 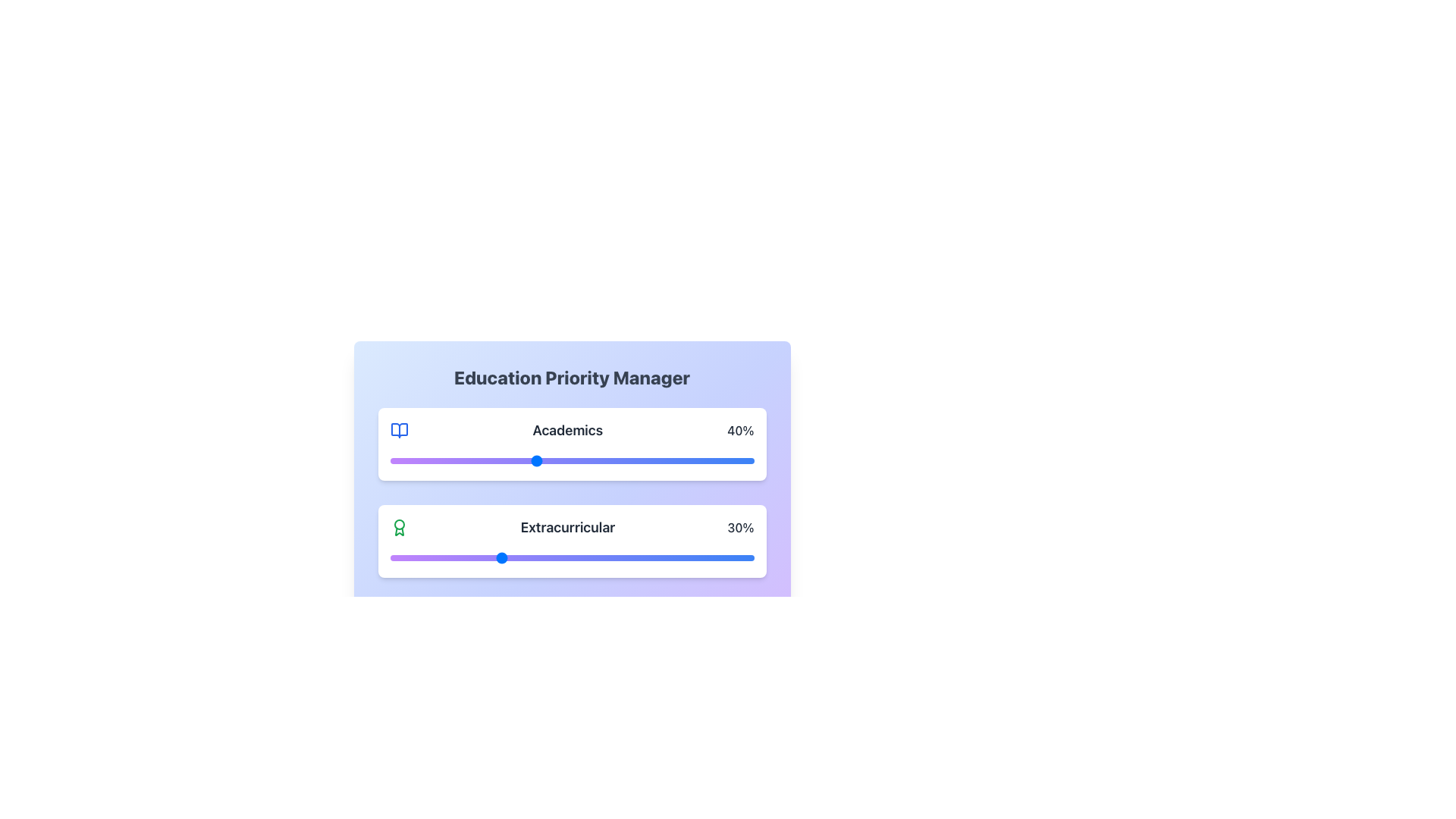 What do you see at coordinates (600, 558) in the screenshot?
I see `'Extracurricular' value` at bounding box center [600, 558].